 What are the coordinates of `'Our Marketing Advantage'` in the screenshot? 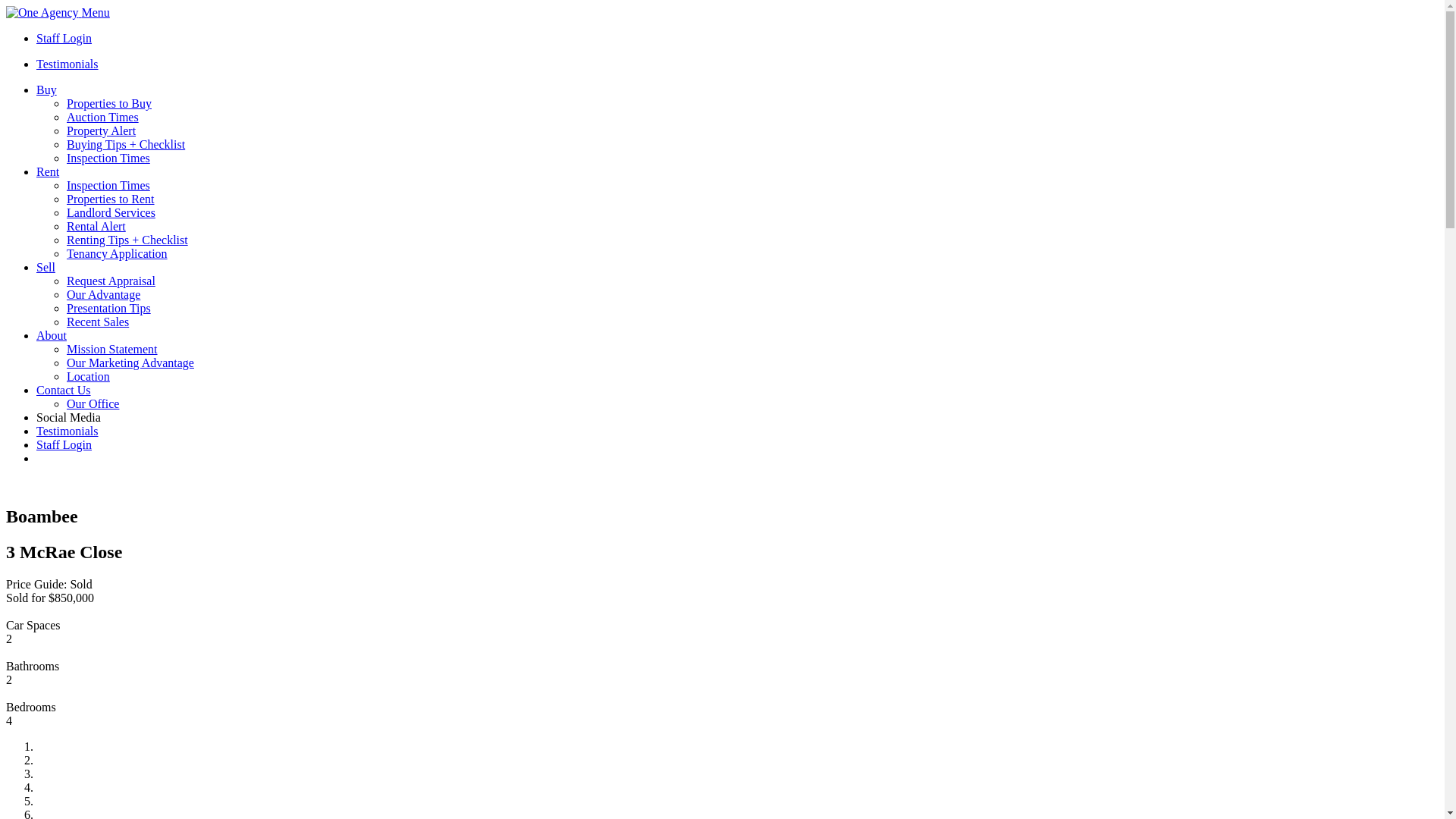 It's located at (130, 362).